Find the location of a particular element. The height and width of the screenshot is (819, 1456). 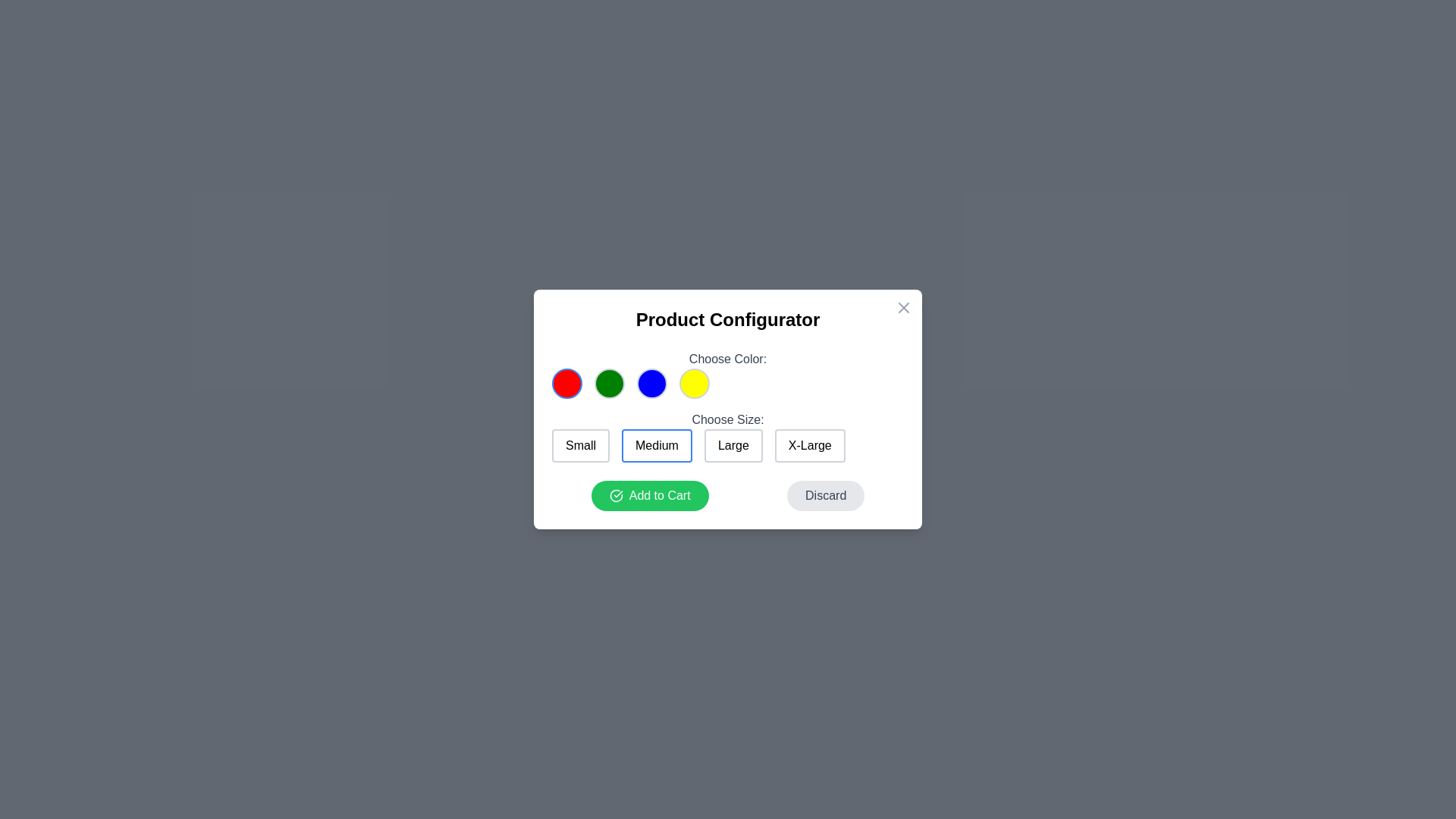

the bold title text 'Product Configurator' located at the top center of the modal dialog box is located at coordinates (728, 318).